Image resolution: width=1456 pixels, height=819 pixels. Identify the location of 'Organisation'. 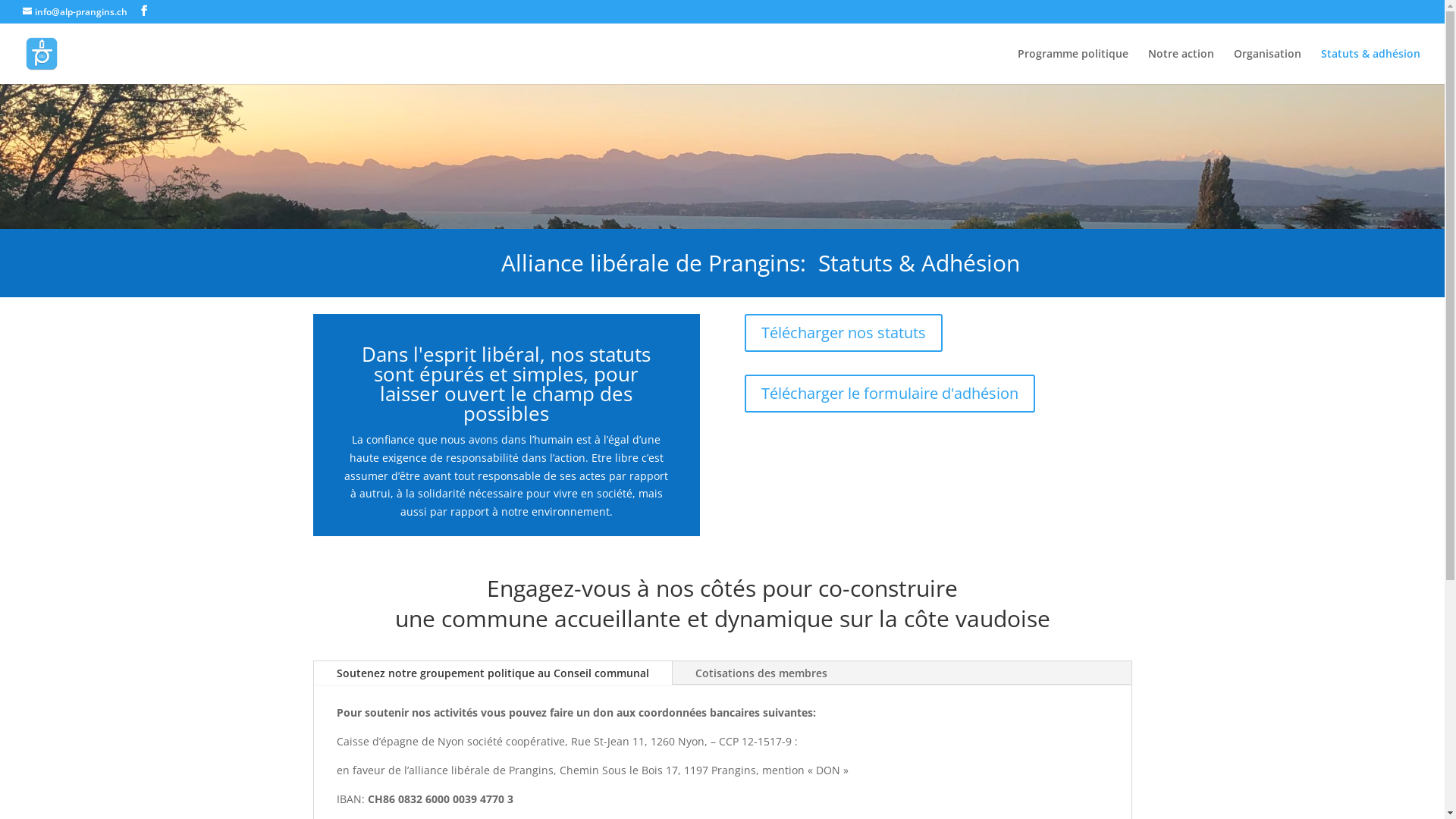
(1267, 65).